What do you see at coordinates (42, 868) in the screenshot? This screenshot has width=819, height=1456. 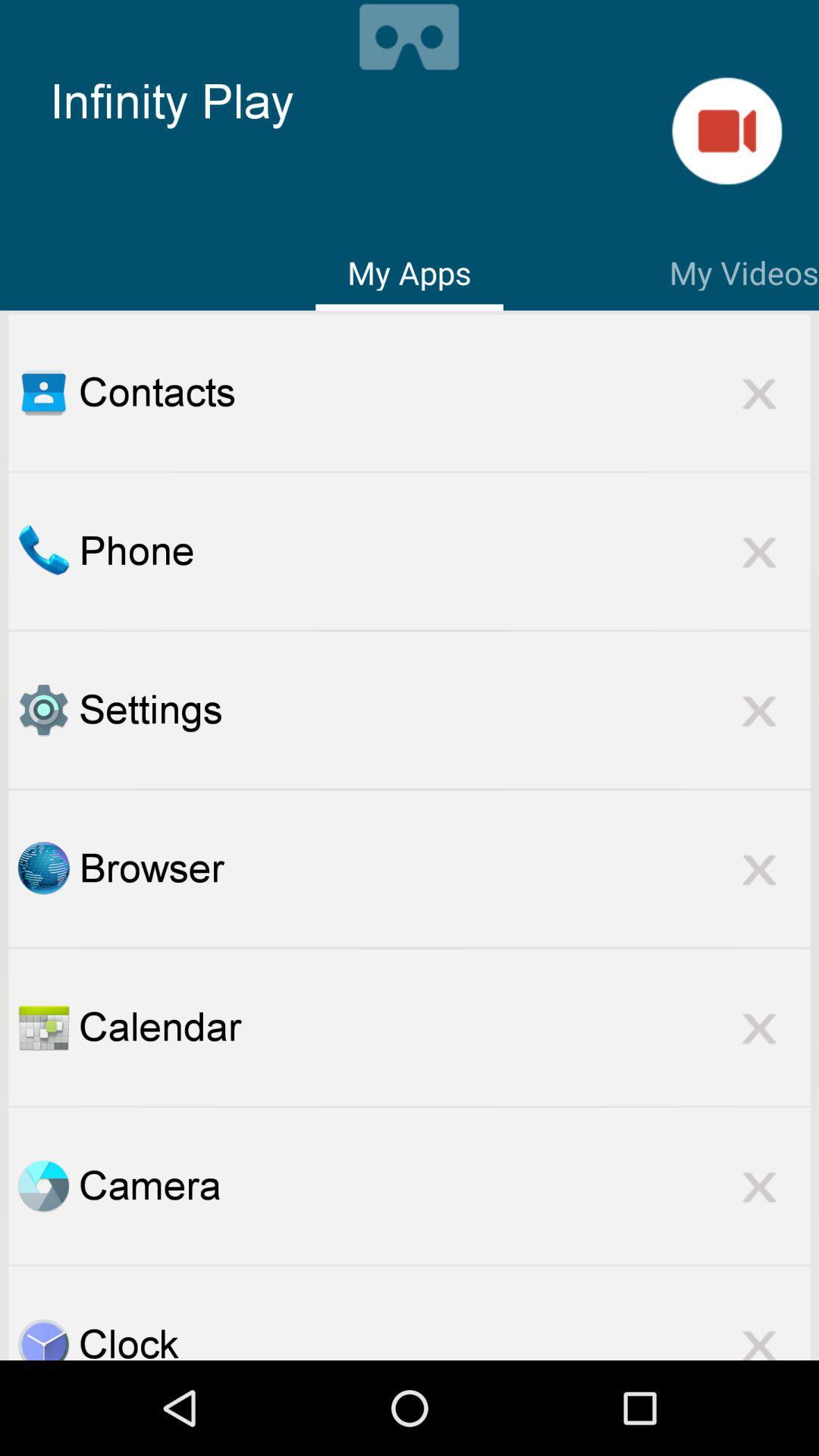 I see `open browser` at bounding box center [42, 868].